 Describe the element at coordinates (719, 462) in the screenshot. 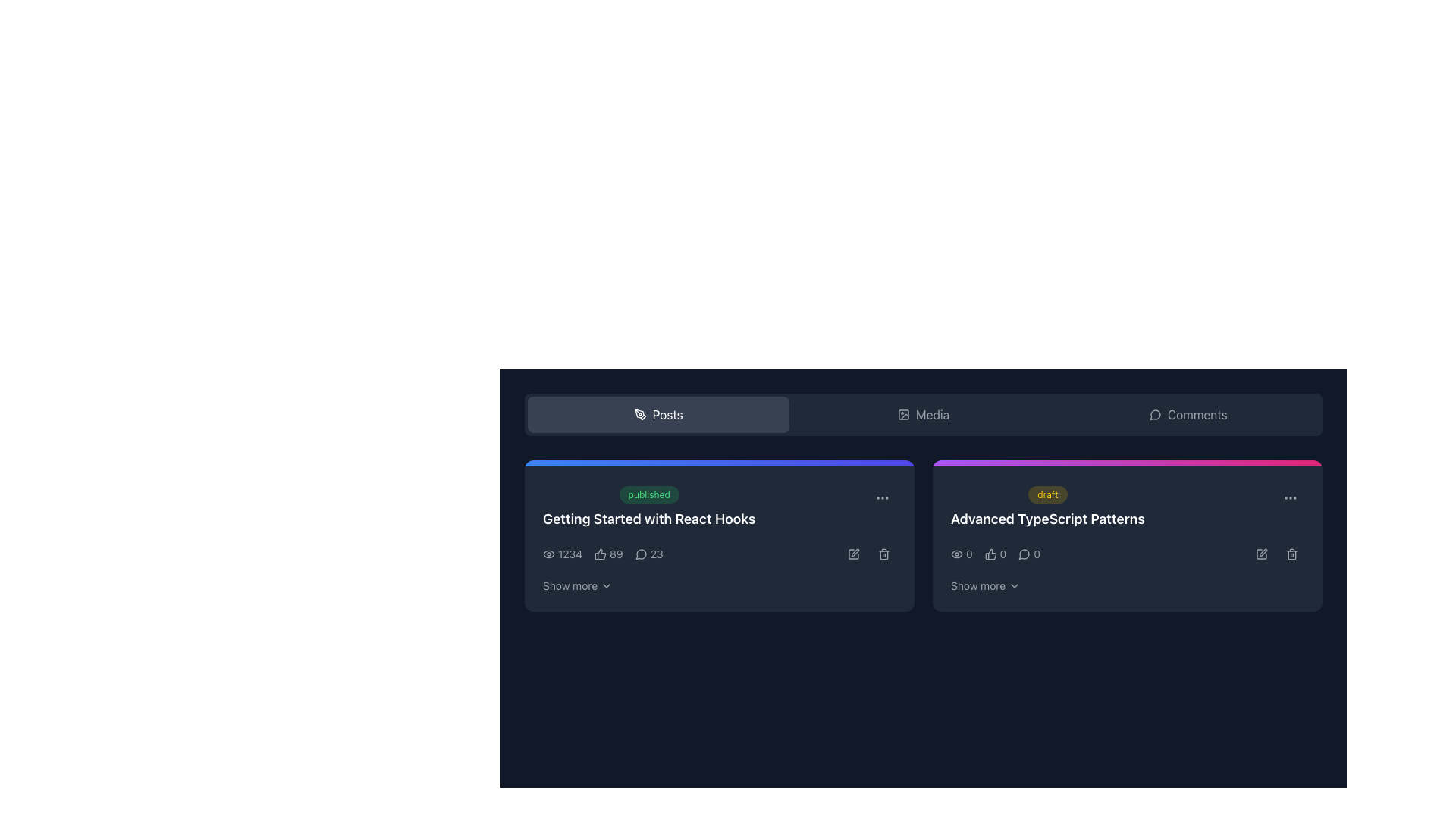

I see `the progress bar or status indicator at the top of the card layout within the grid of cards` at that location.